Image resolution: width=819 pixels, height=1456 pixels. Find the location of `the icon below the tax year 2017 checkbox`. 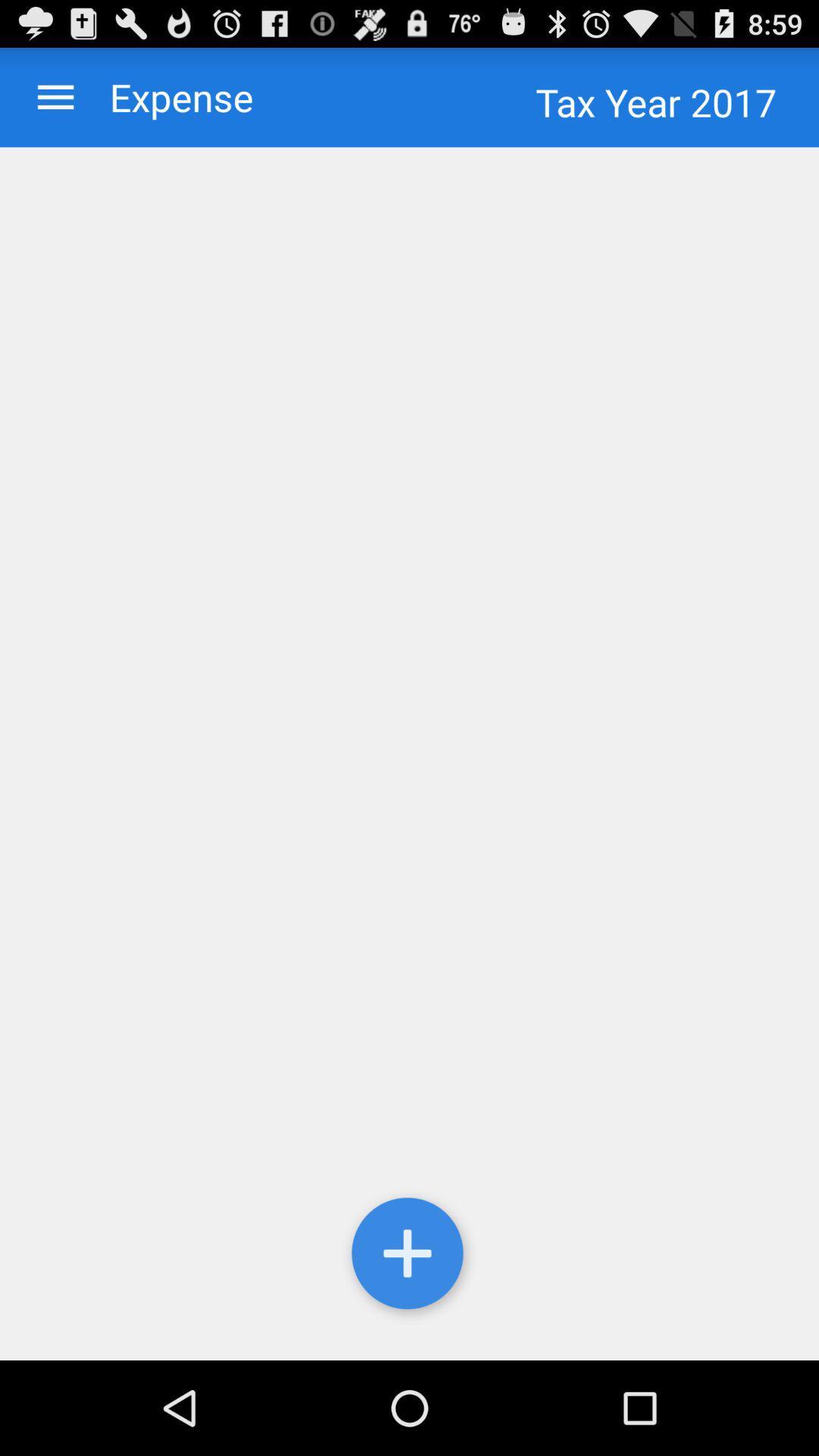

the icon below the tax year 2017 checkbox is located at coordinates (409, 754).